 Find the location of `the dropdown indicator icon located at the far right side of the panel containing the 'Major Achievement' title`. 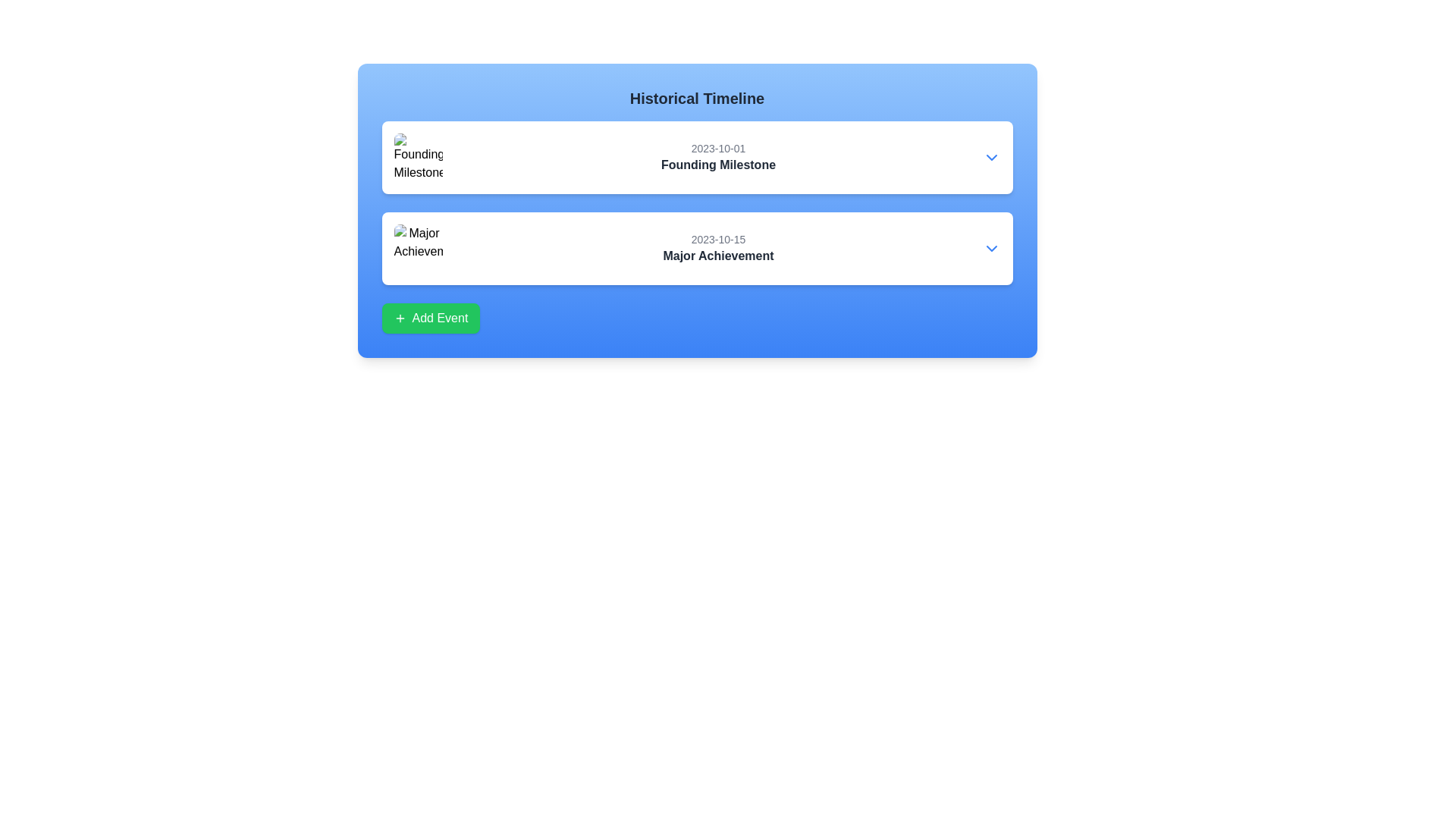

the dropdown indicator icon located at the far right side of the panel containing the 'Major Achievement' title is located at coordinates (991, 247).